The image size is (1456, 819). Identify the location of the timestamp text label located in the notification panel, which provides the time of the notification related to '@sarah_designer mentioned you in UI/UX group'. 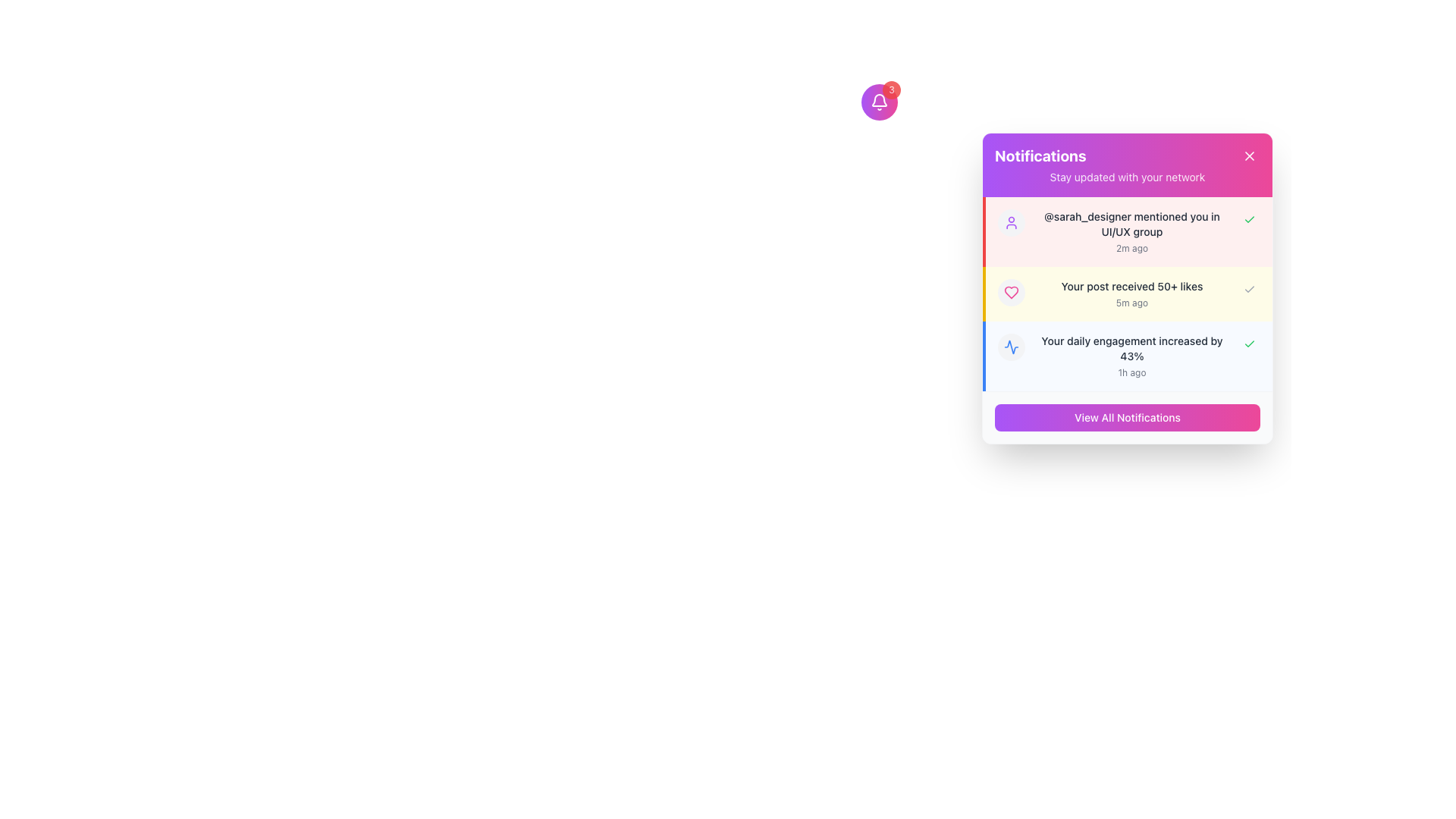
(1131, 247).